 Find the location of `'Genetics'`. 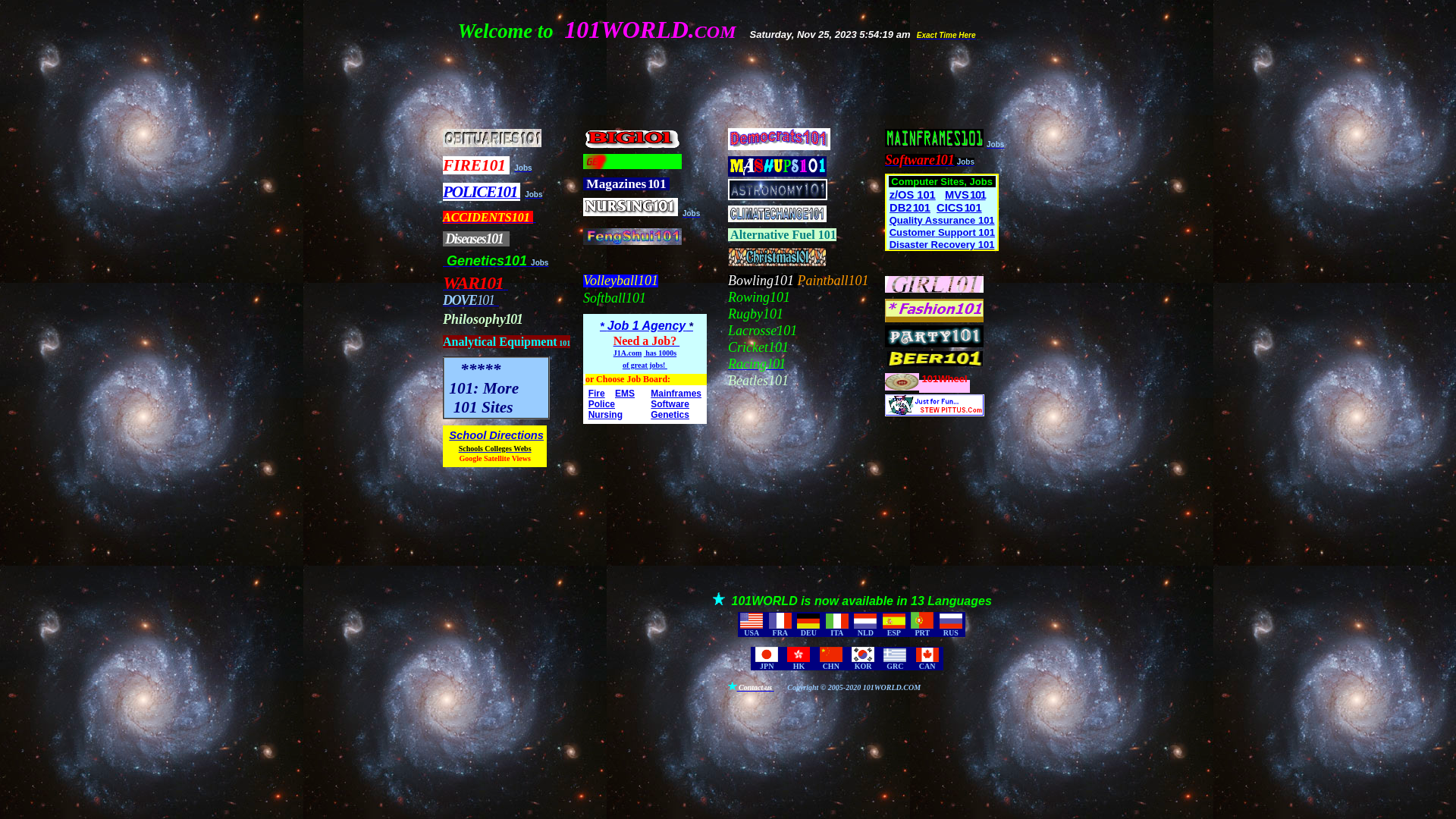

'Genetics' is located at coordinates (669, 413).